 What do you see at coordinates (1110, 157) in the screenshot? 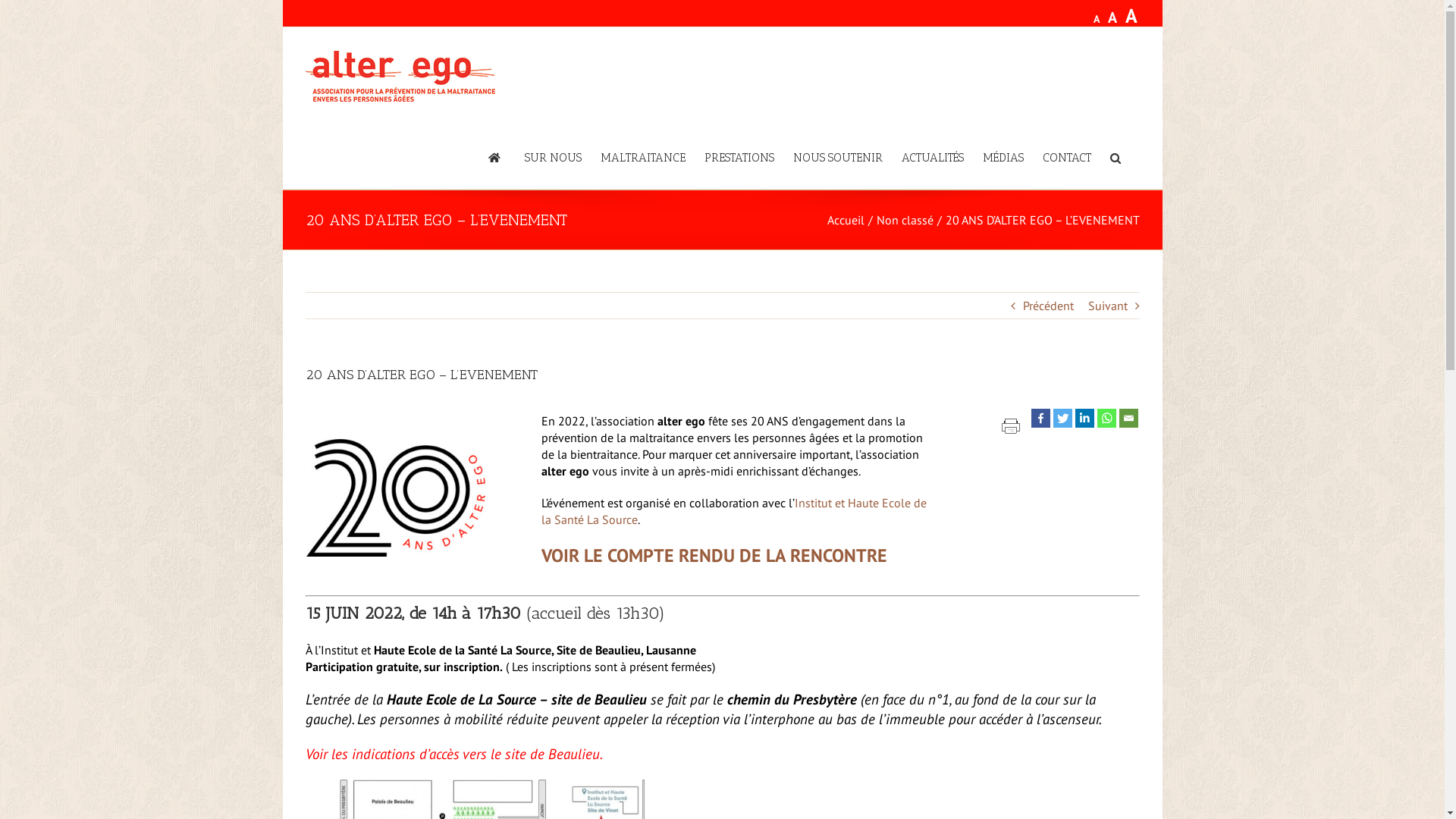
I see `'Recherche'` at bounding box center [1110, 157].